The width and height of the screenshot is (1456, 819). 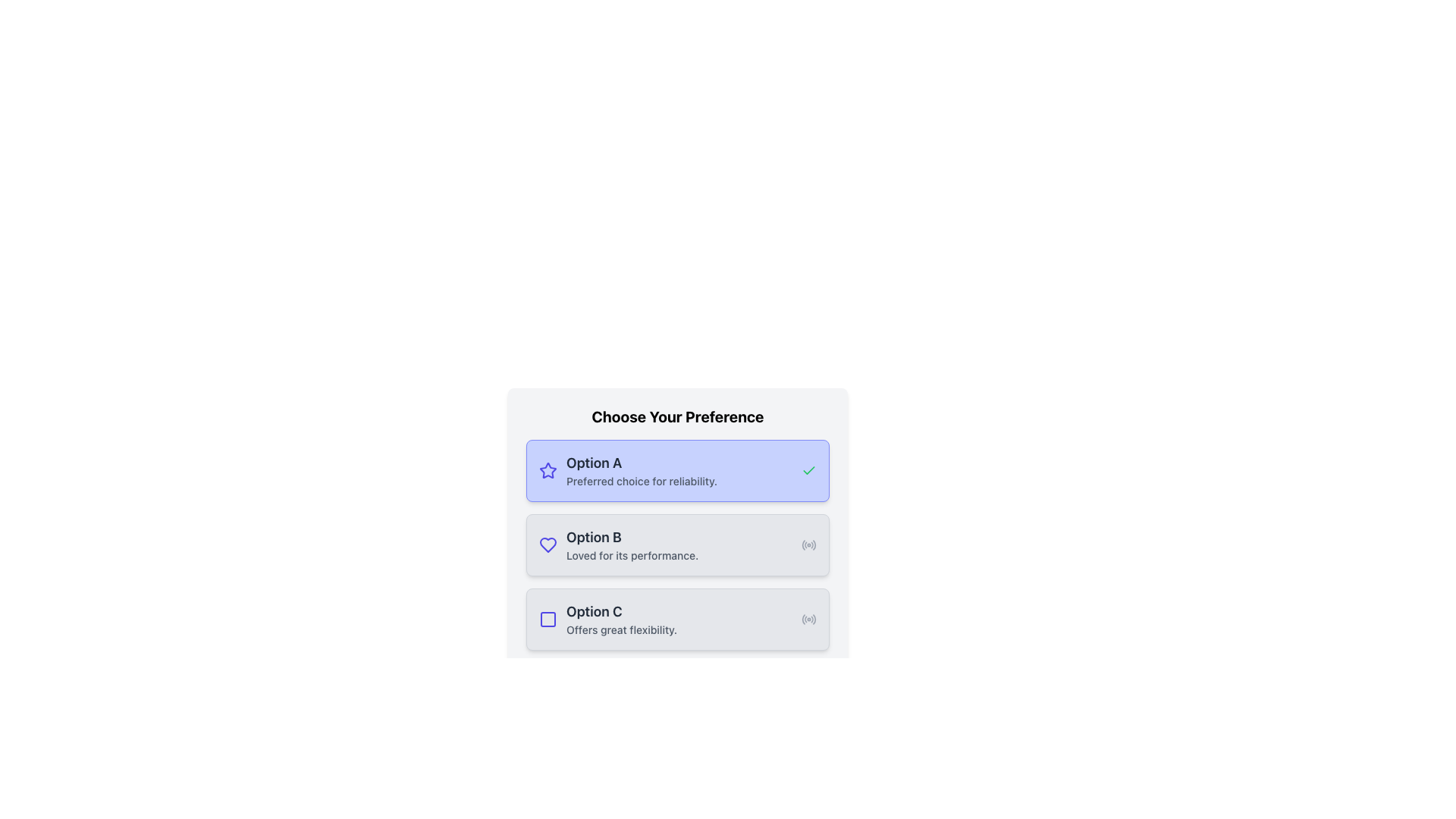 What do you see at coordinates (548, 469) in the screenshot?
I see `the Star icon located at the top of the selection card labeled 'Option A' to indicate the selection status` at bounding box center [548, 469].